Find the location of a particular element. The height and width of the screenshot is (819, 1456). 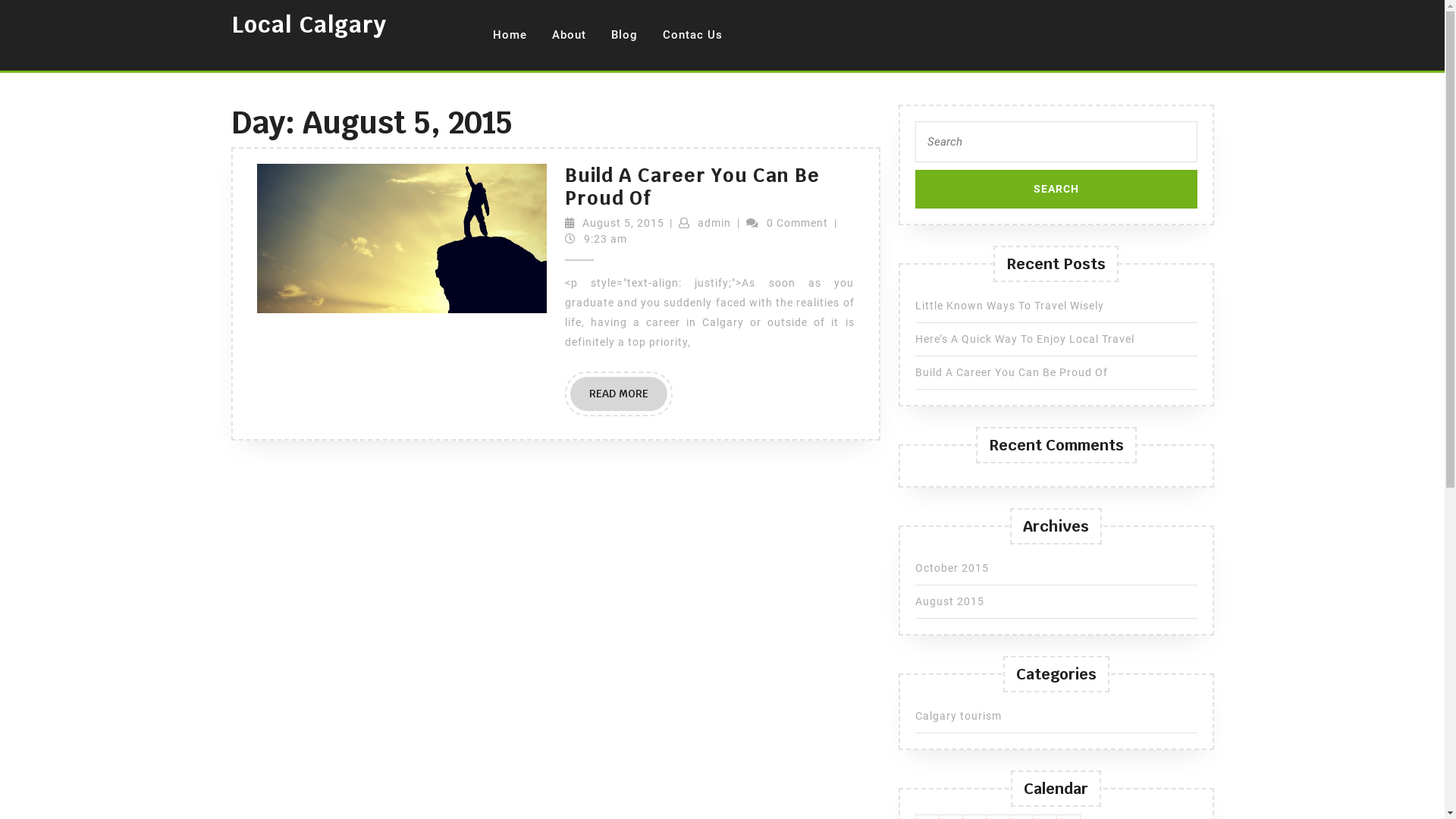

'Home' is located at coordinates (509, 34).